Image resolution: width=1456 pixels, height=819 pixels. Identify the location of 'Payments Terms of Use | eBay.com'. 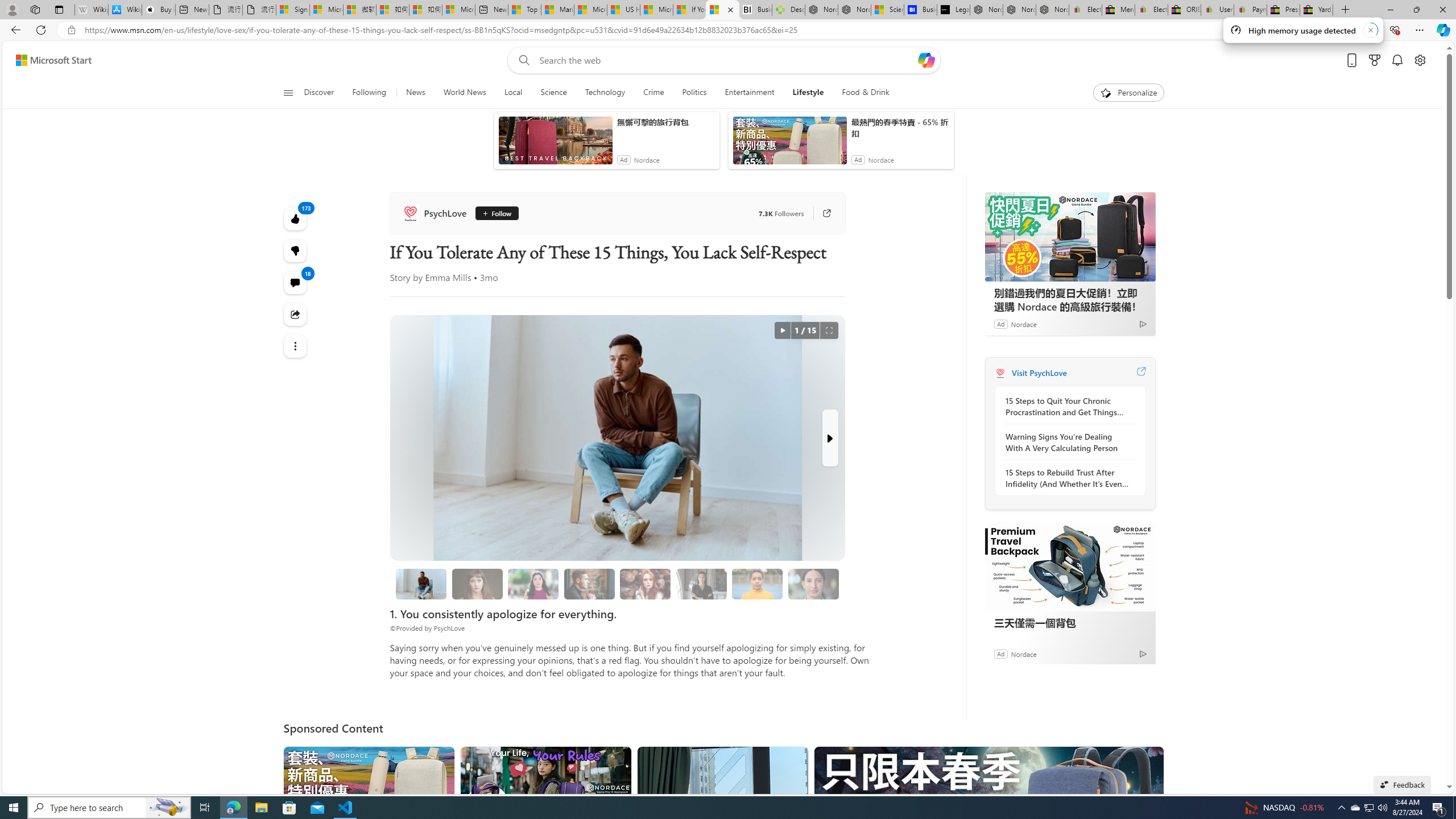
(1250, 9).